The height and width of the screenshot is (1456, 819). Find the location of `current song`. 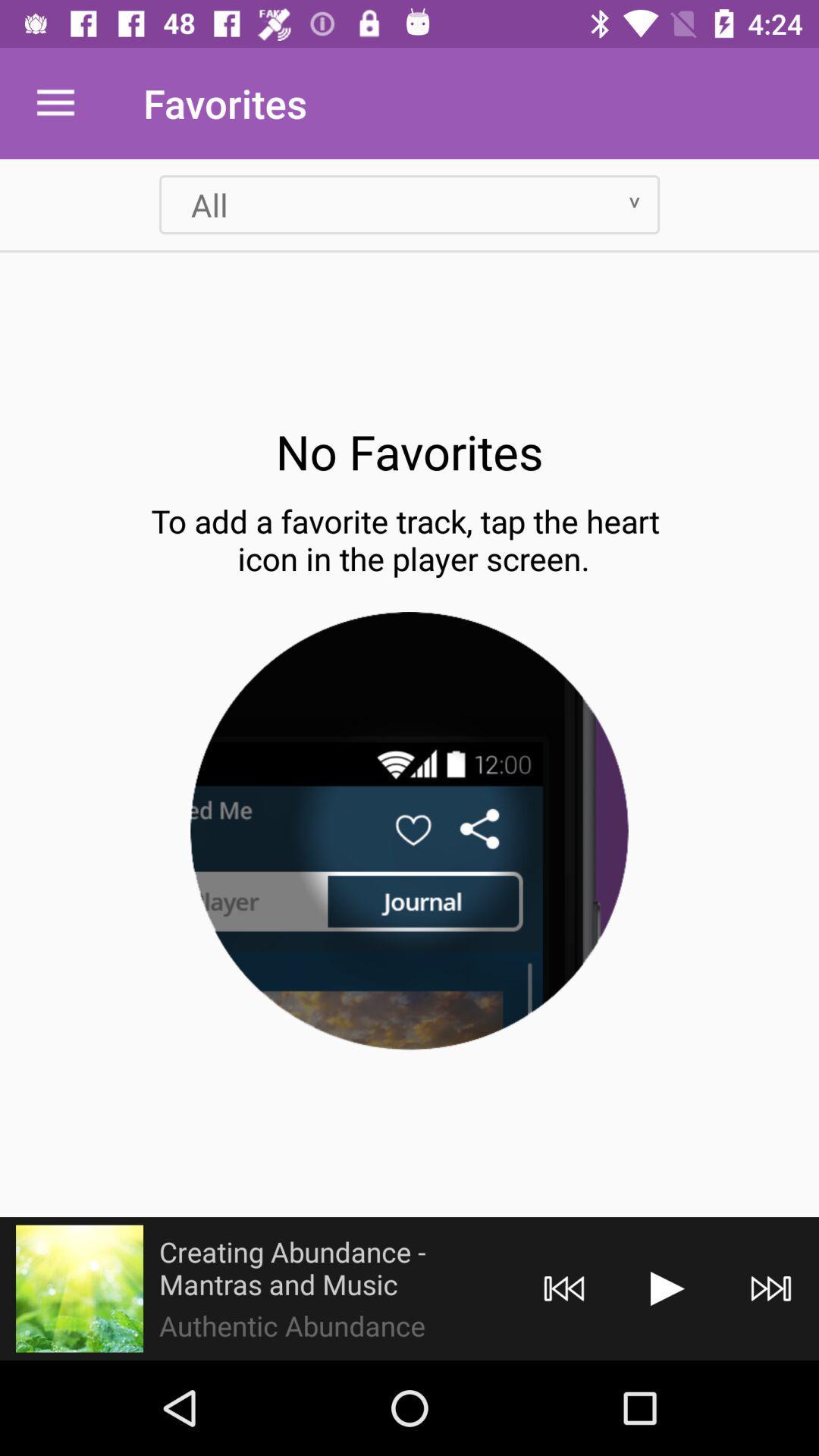

current song is located at coordinates (79, 1288).